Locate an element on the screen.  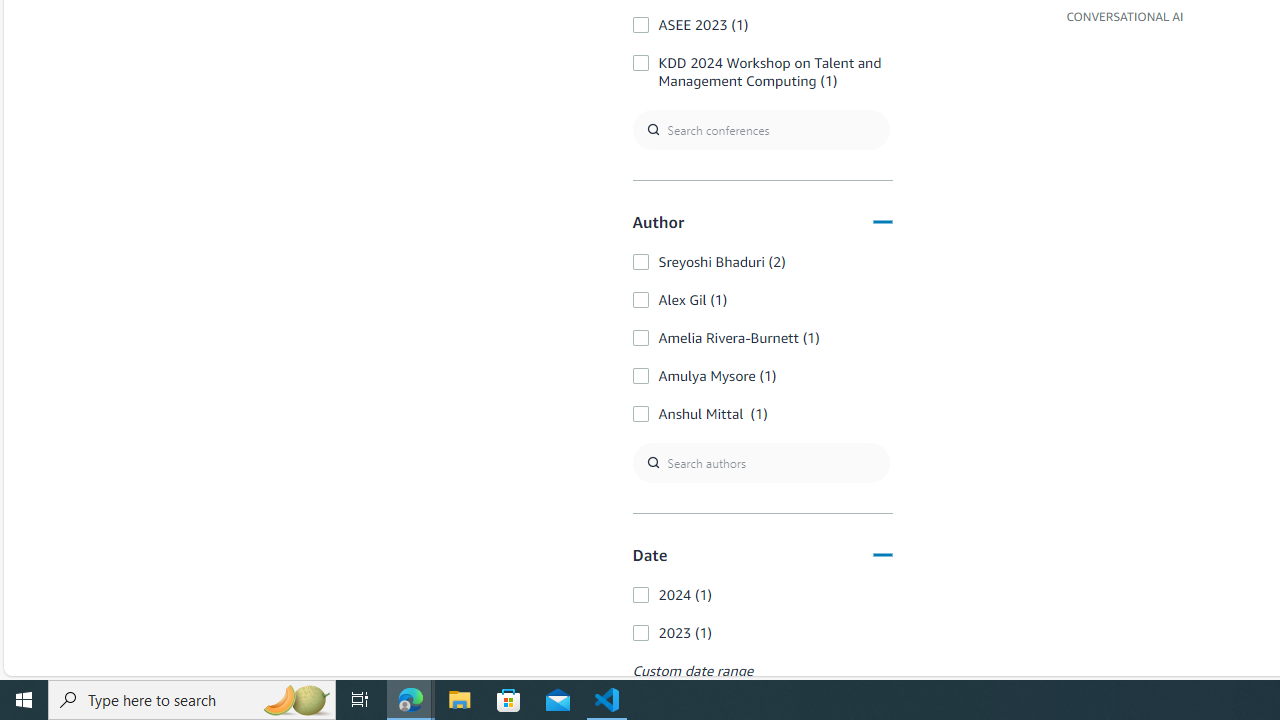
'Search authors' is located at coordinates (759, 463).